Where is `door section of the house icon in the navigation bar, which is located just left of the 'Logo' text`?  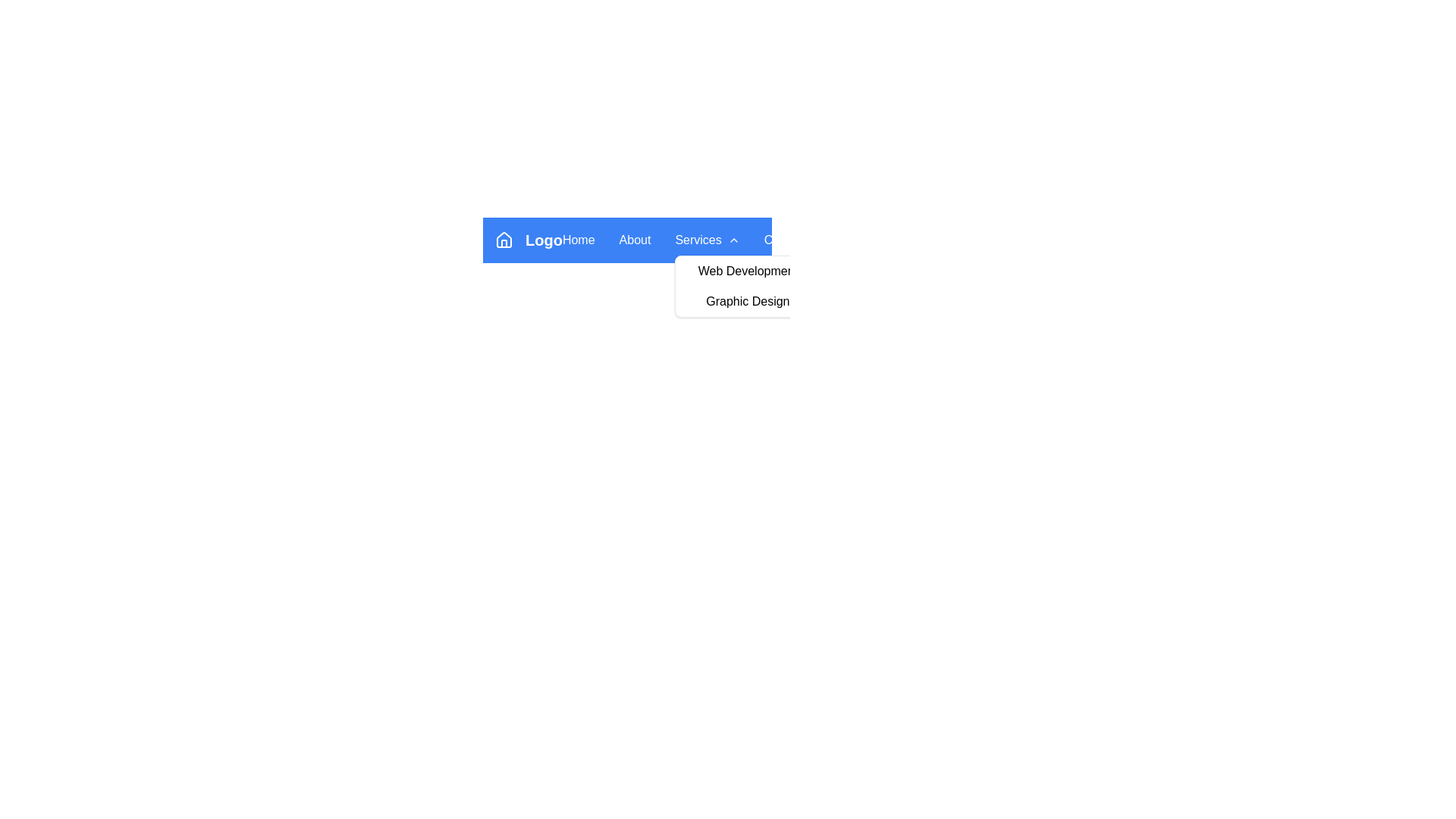 door section of the house icon in the navigation bar, which is located just left of the 'Logo' text is located at coordinates (504, 243).